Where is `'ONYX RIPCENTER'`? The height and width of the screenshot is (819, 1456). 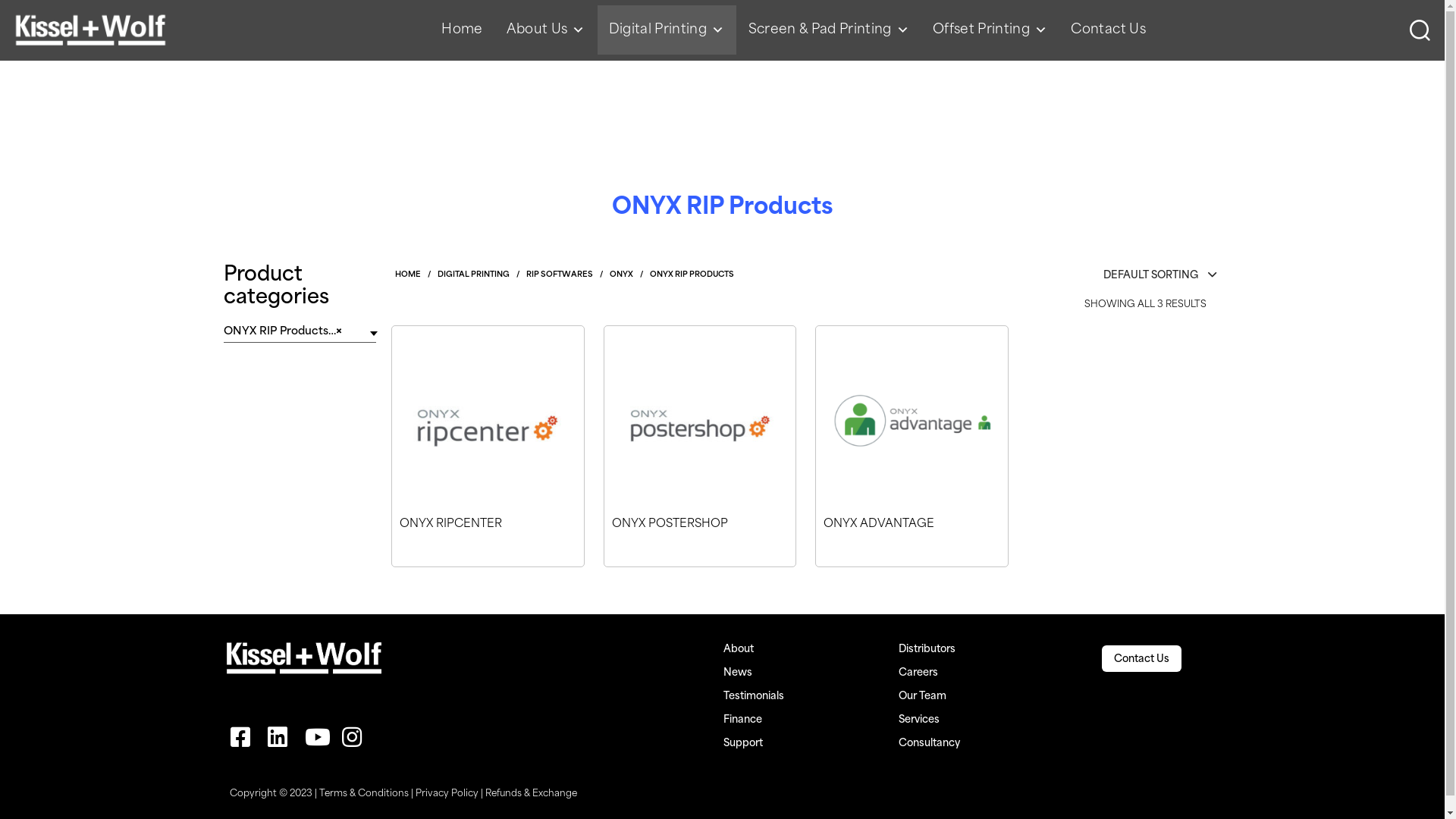
'ONYX RIPCENTER' is located at coordinates (392, 541).